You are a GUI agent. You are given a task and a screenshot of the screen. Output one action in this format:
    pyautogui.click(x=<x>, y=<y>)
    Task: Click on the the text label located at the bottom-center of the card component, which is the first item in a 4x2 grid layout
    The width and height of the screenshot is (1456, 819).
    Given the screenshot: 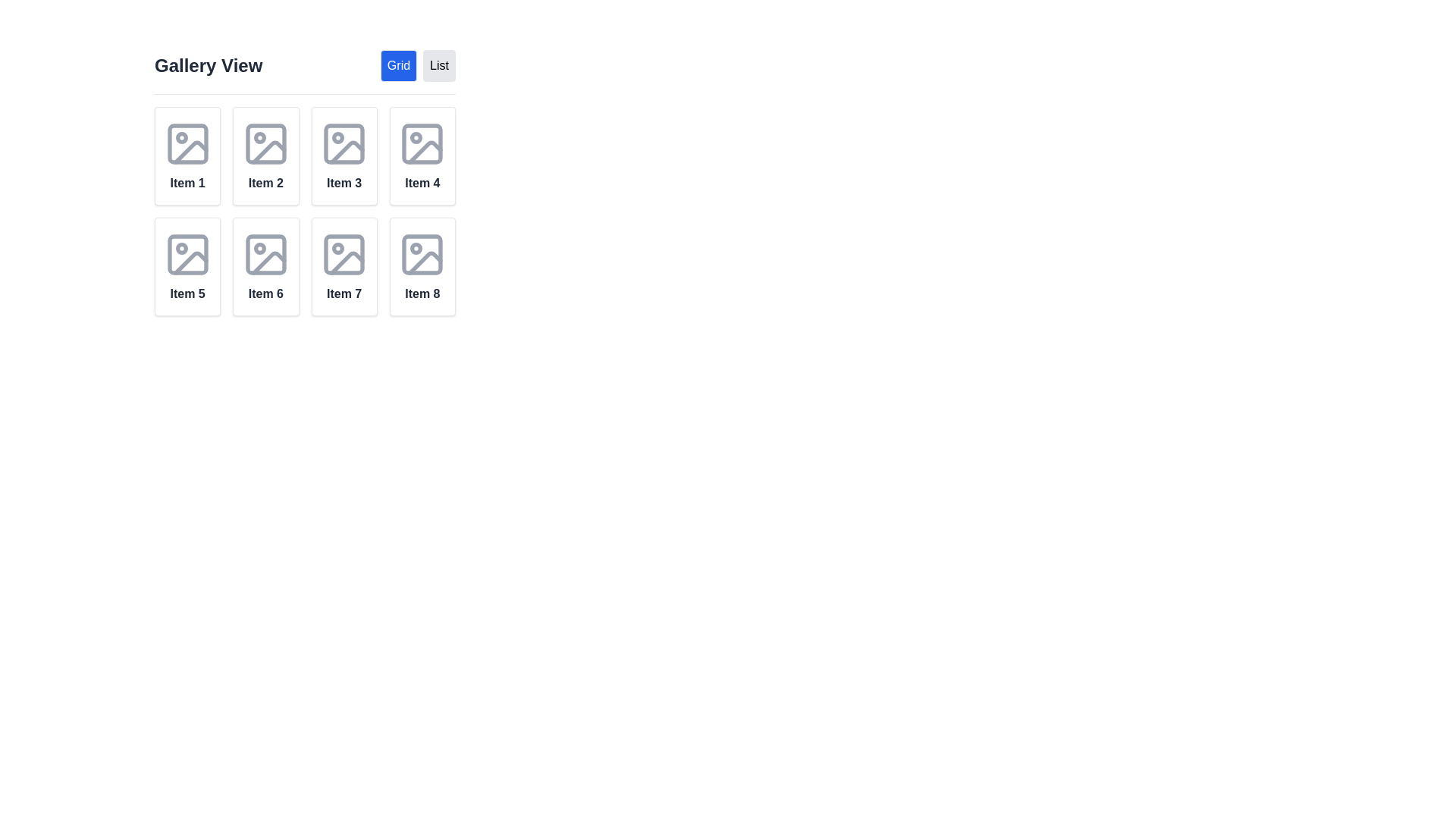 What is the action you would take?
    pyautogui.click(x=187, y=183)
    